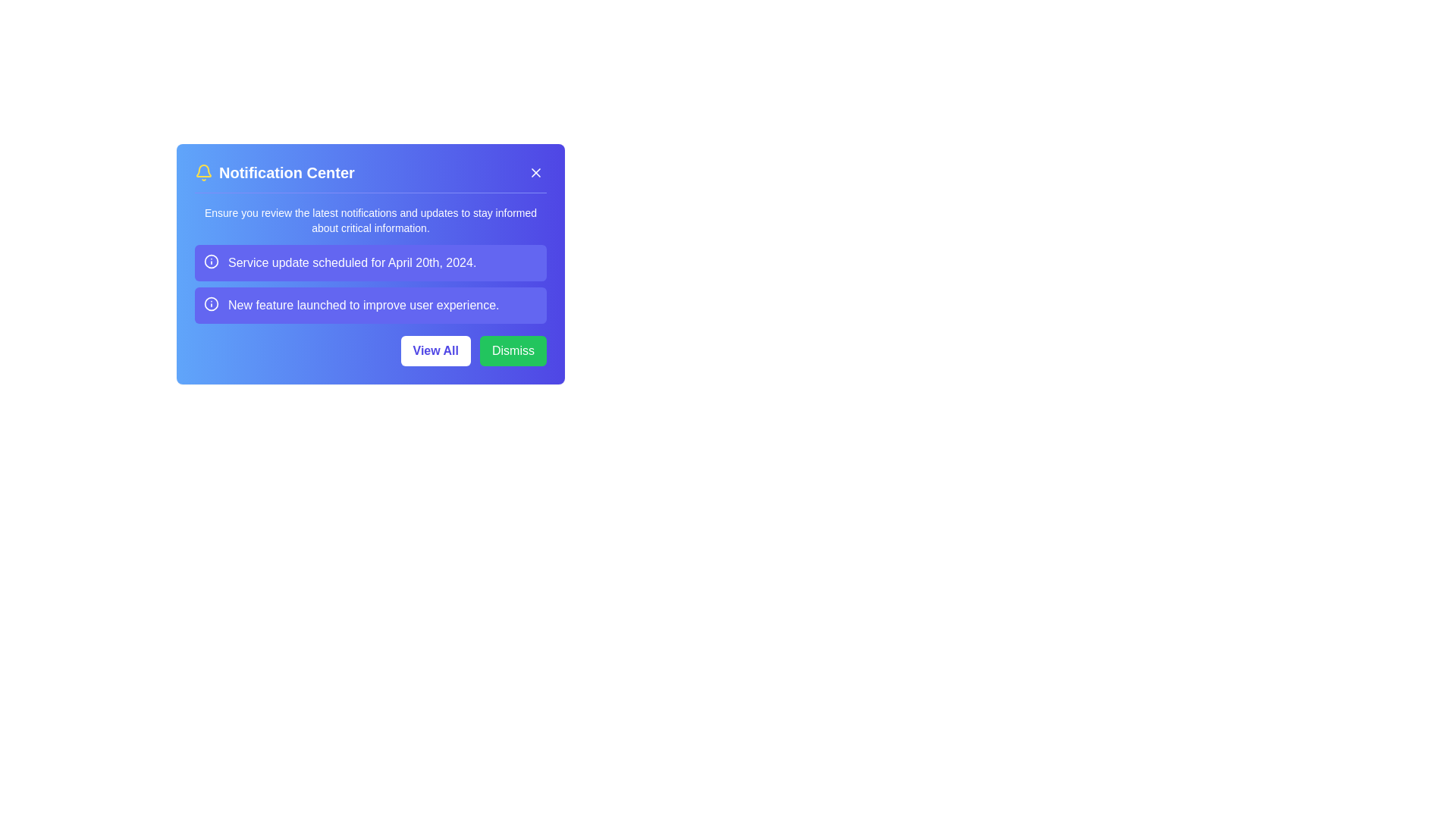  I want to click on the second notification in the Notification Center panel that communicates a new feature or update to the user, so click(371, 305).